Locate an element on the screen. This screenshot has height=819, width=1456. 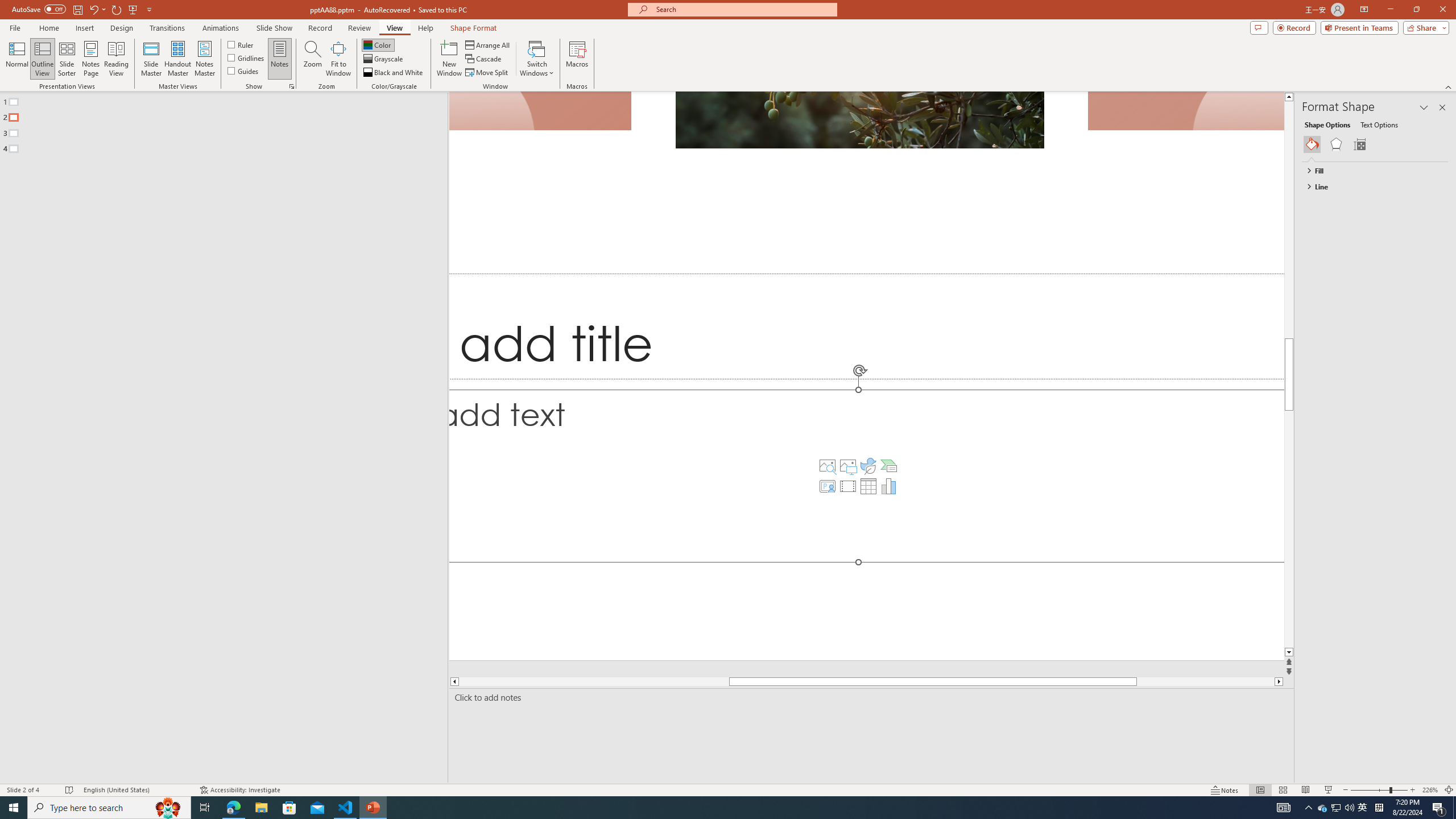
'Insert Chart' is located at coordinates (888, 486).